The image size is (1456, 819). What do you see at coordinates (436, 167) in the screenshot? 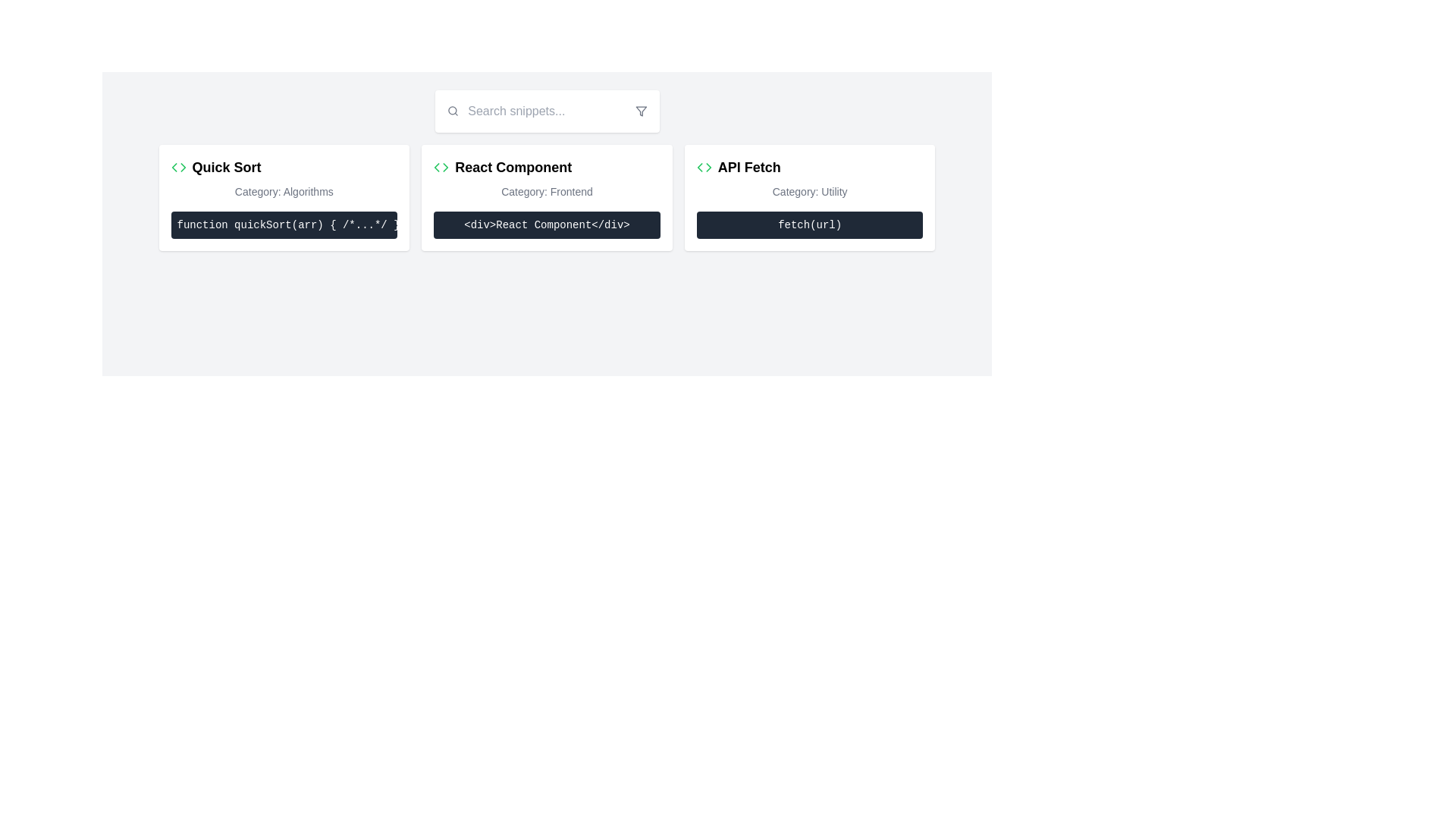
I see `the green left-pointing chevron SVG graphic element that visualizes a code snippet, positioned at the top-left side of the 'Quick Sort' card` at bounding box center [436, 167].